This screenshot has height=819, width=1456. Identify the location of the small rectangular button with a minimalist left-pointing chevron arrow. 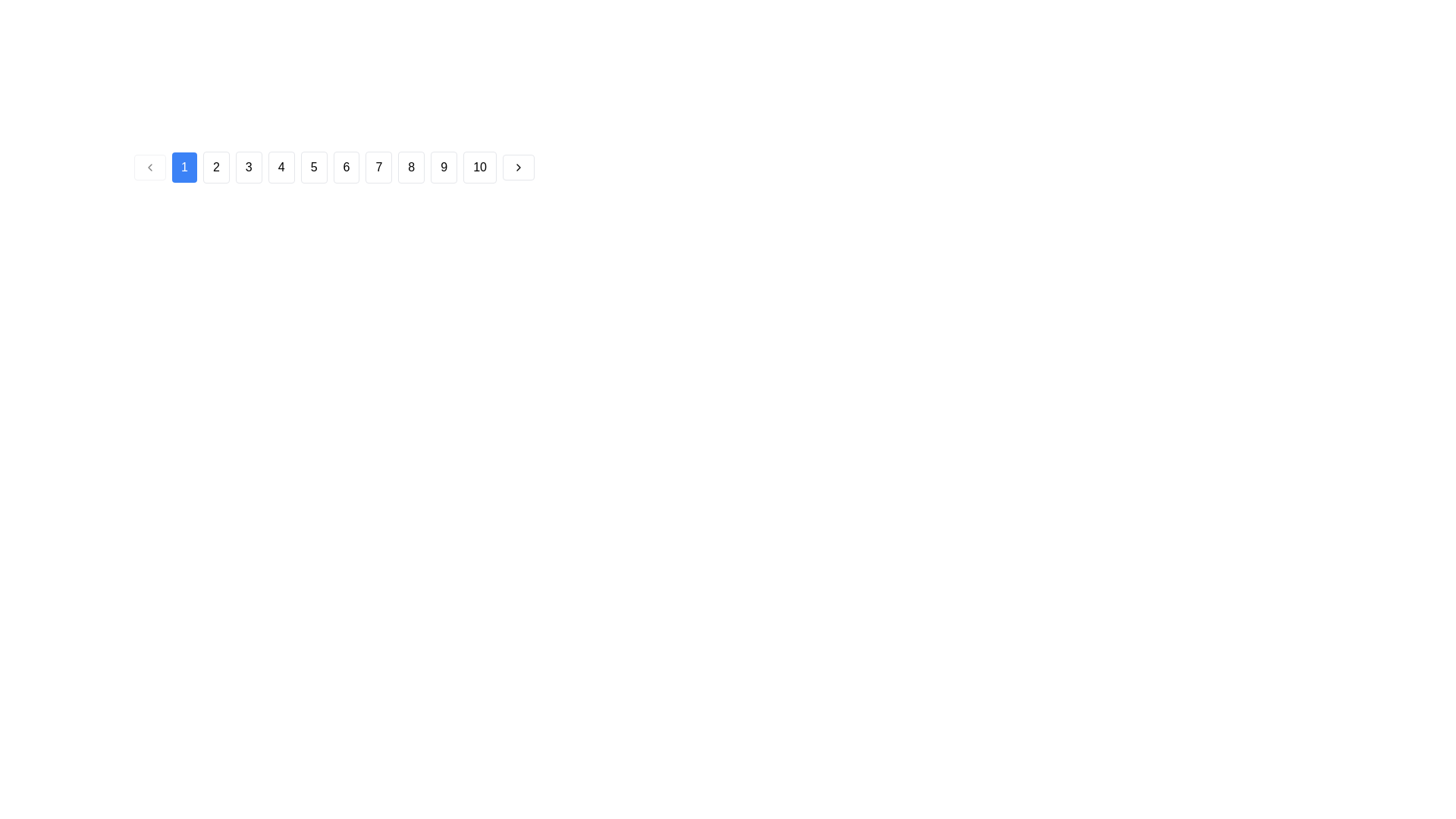
(149, 167).